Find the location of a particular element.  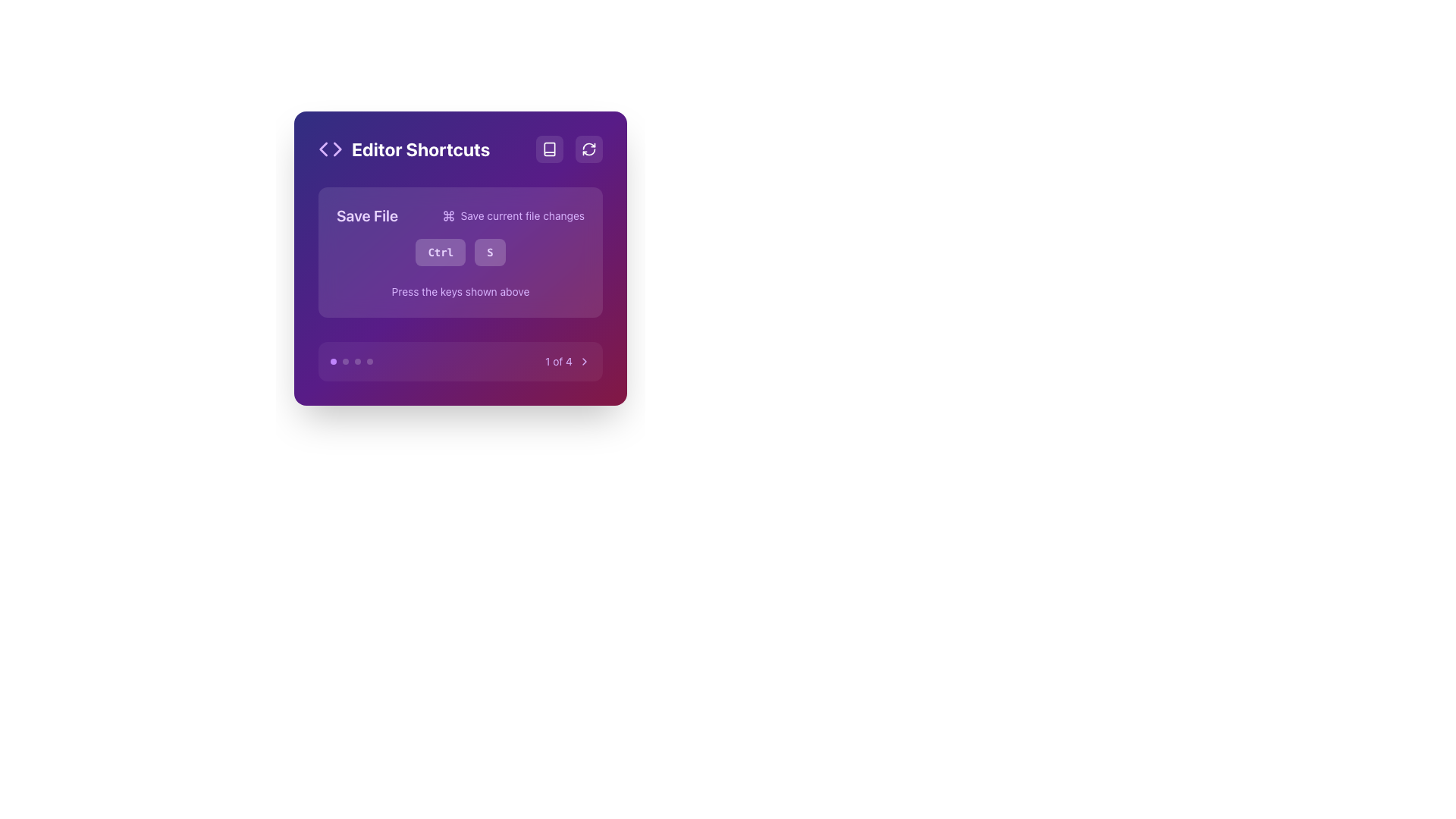

the circular arrow icon in the top-right corner of the panel to refresh or reload the content is located at coordinates (588, 149).